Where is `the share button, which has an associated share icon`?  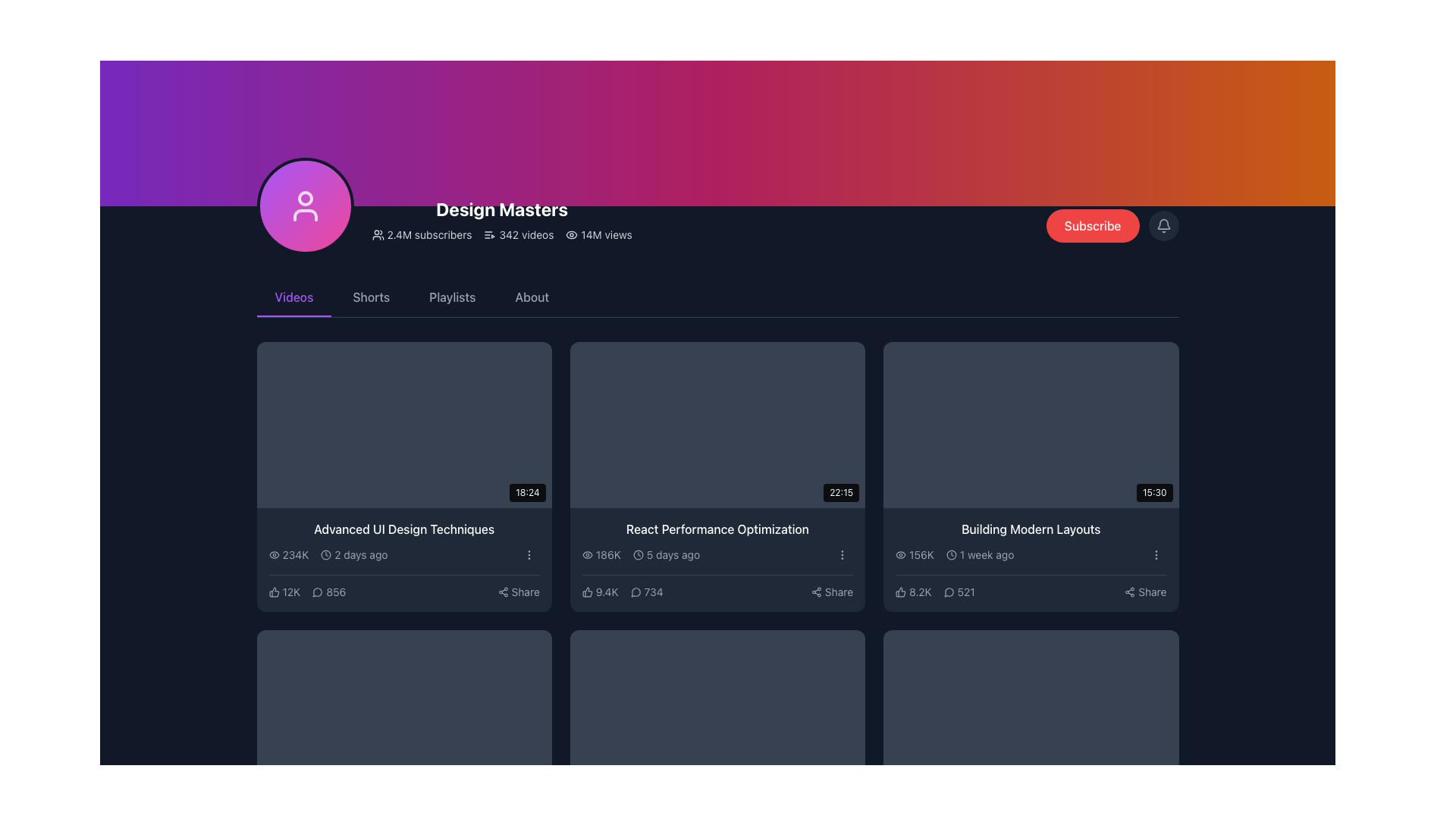 the share button, which has an associated share icon is located at coordinates (519, 591).